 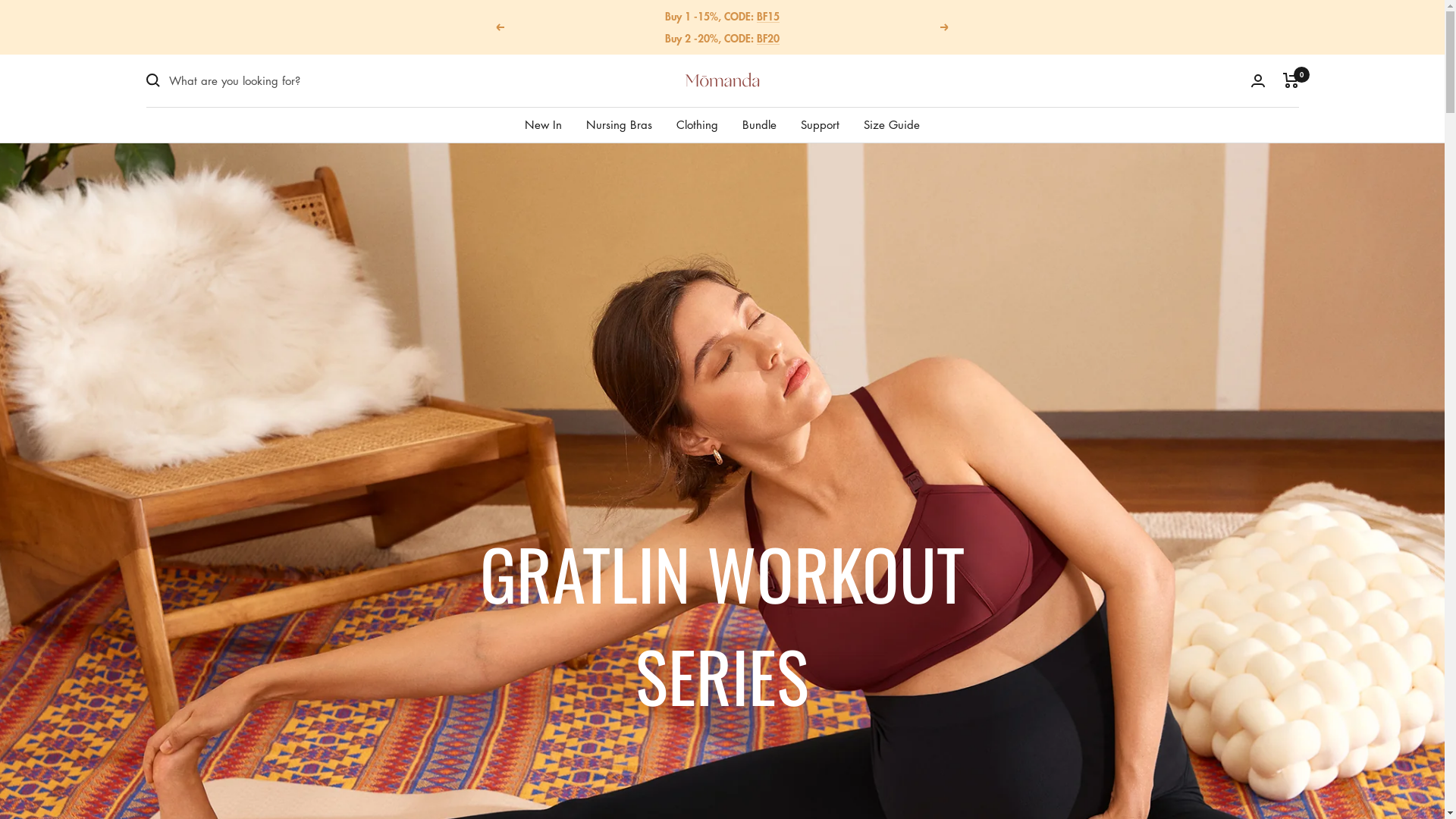 I want to click on 'Nursing Bras', so click(x=585, y=122).